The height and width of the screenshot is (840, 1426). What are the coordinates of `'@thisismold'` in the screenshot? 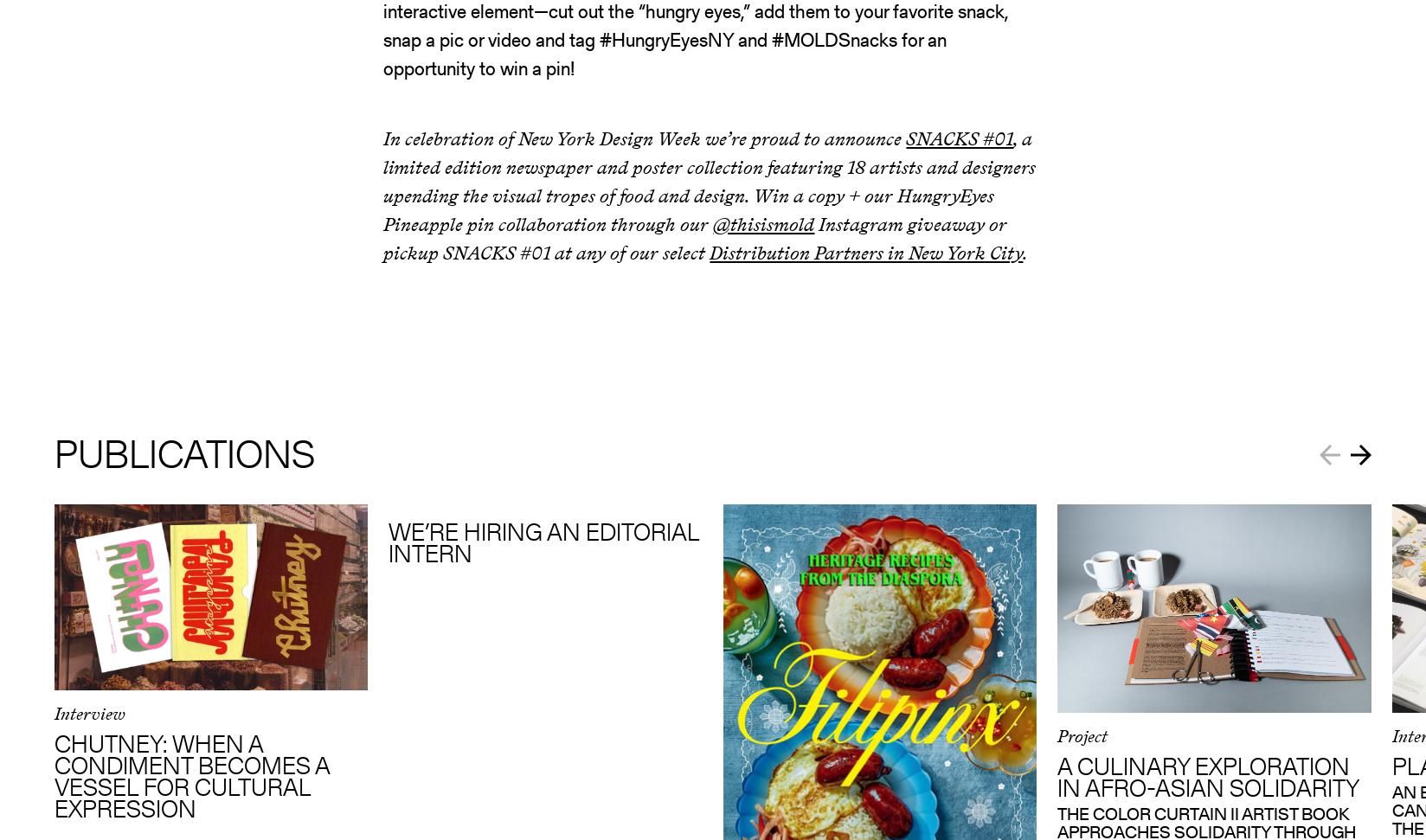 It's located at (763, 224).